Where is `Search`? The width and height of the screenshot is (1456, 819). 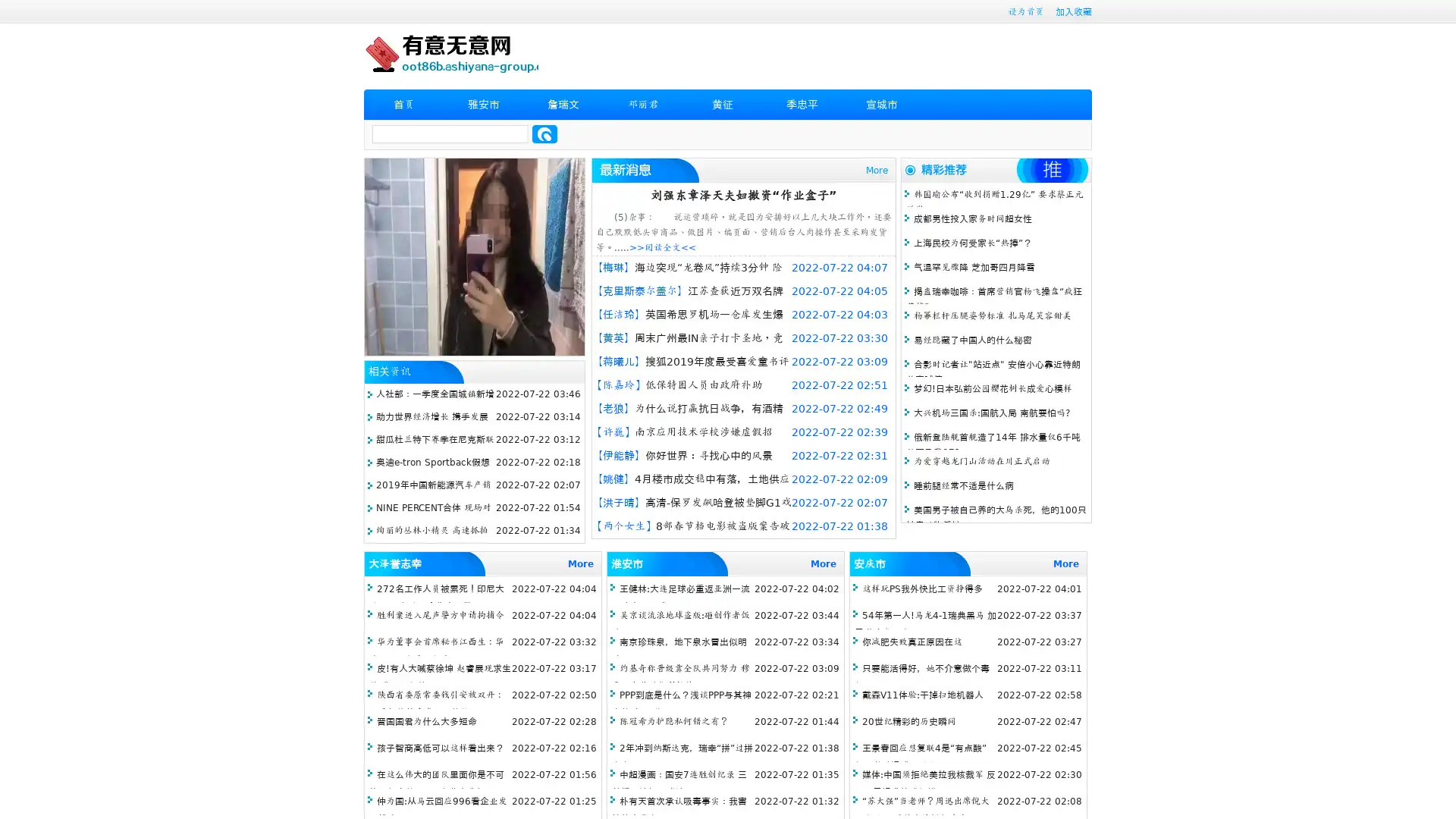 Search is located at coordinates (544, 133).